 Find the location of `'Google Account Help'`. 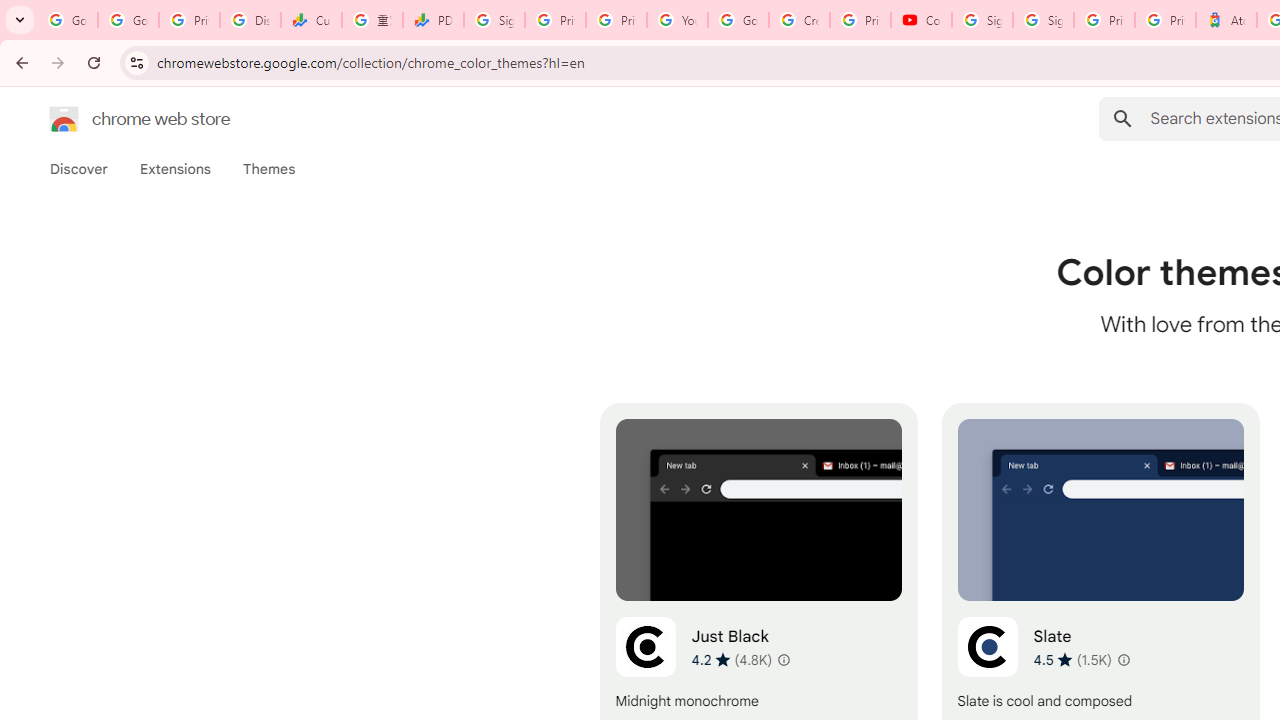

'Google Account Help' is located at coordinates (737, 20).